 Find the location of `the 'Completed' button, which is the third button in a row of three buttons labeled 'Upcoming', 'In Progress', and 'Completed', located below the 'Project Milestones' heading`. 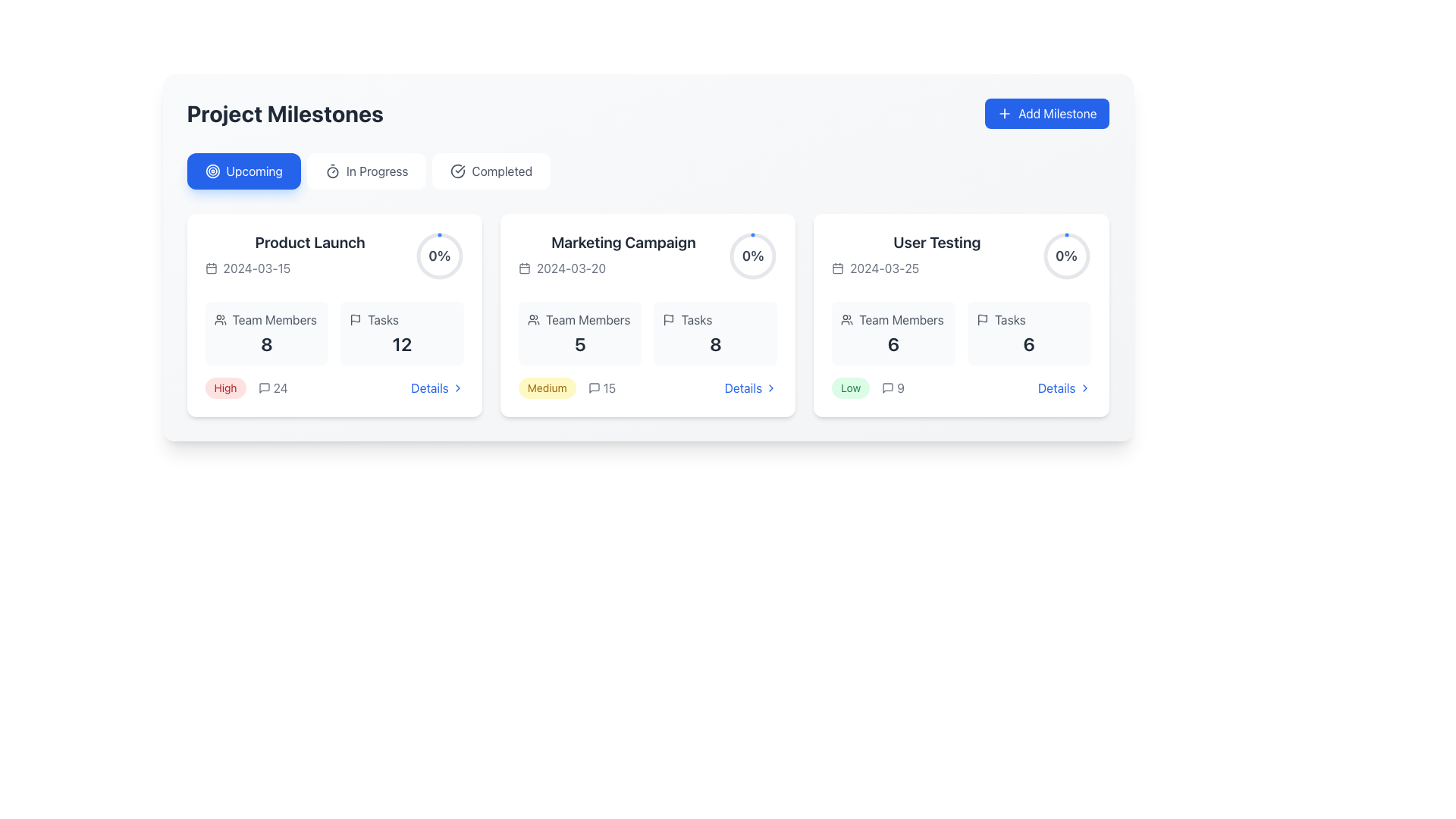

the 'Completed' button, which is the third button in a row of three buttons labeled 'Upcoming', 'In Progress', and 'Completed', located below the 'Project Milestones' heading is located at coordinates (491, 171).